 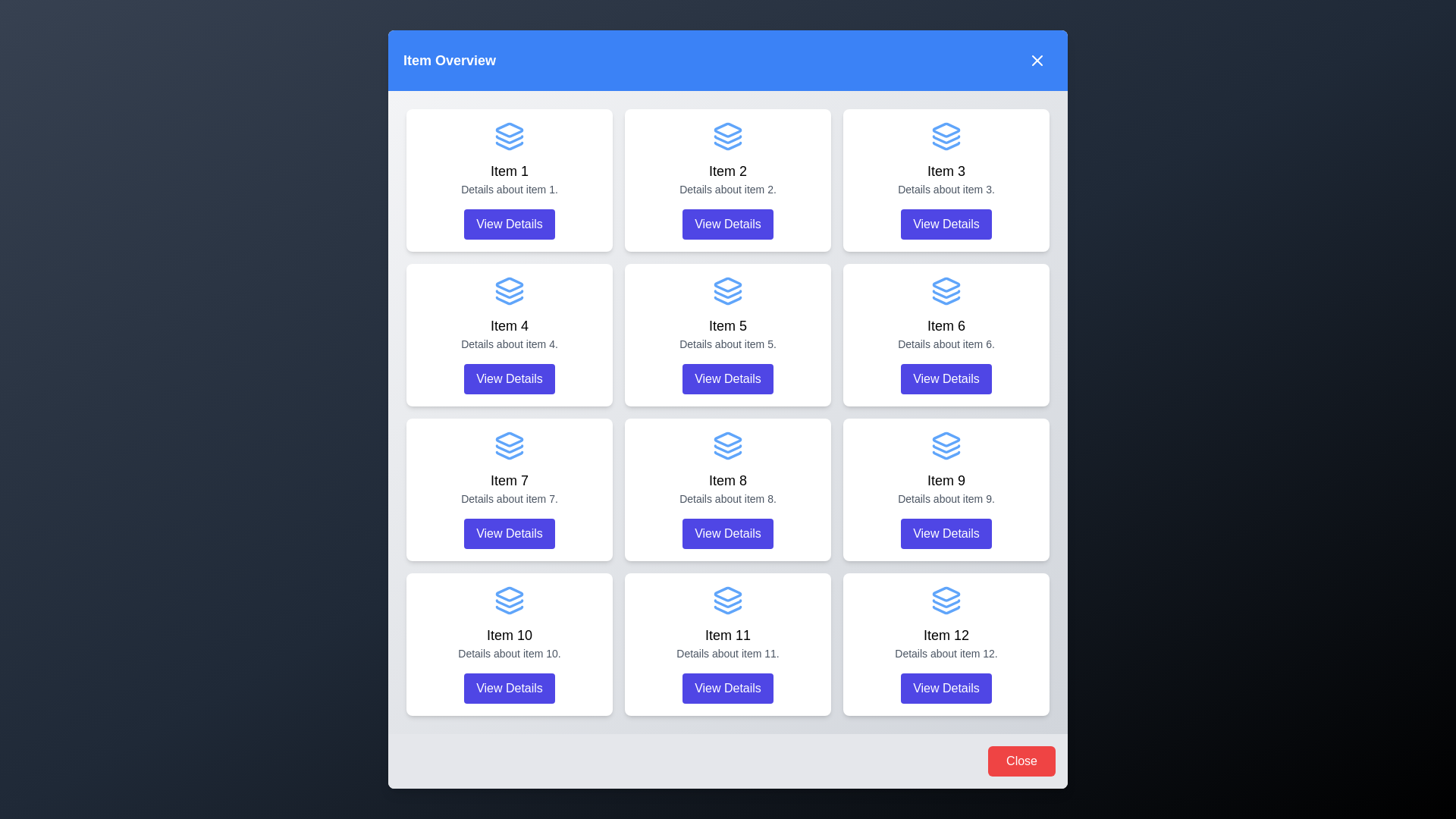 I want to click on close button in the top-right corner of the dialog, so click(x=1037, y=60).